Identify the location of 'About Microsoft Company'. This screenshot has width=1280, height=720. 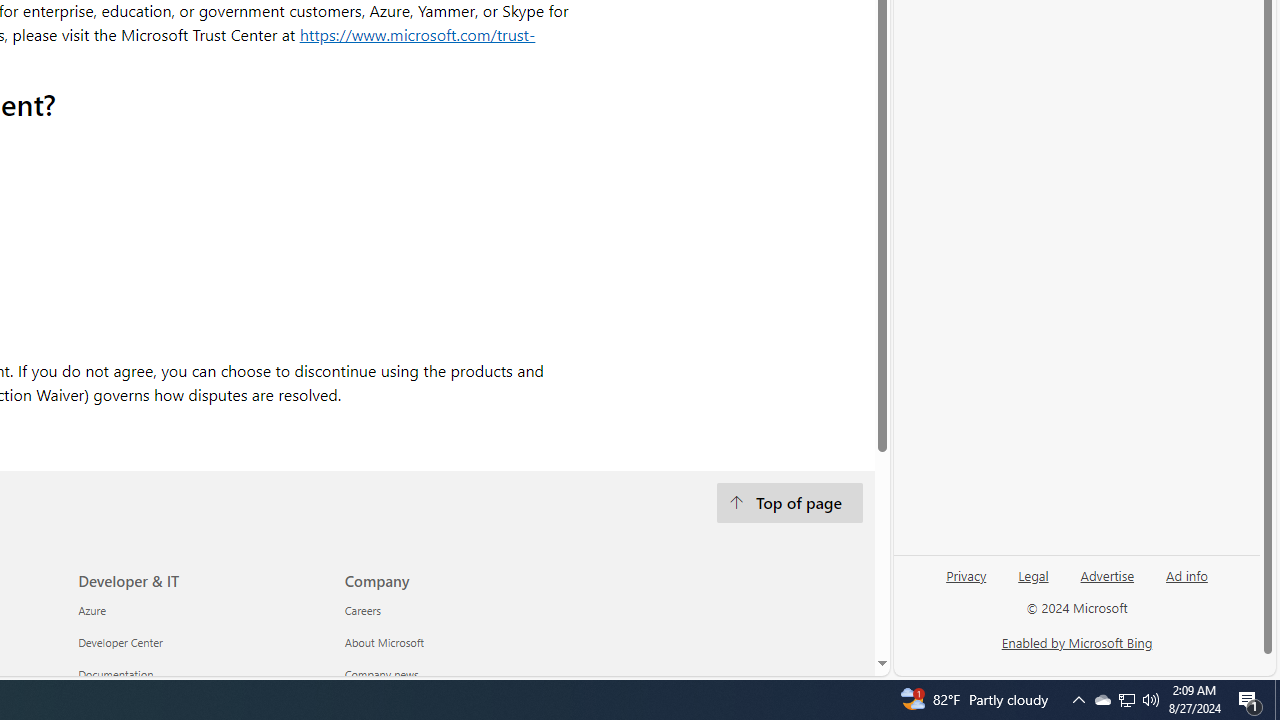
(384, 642).